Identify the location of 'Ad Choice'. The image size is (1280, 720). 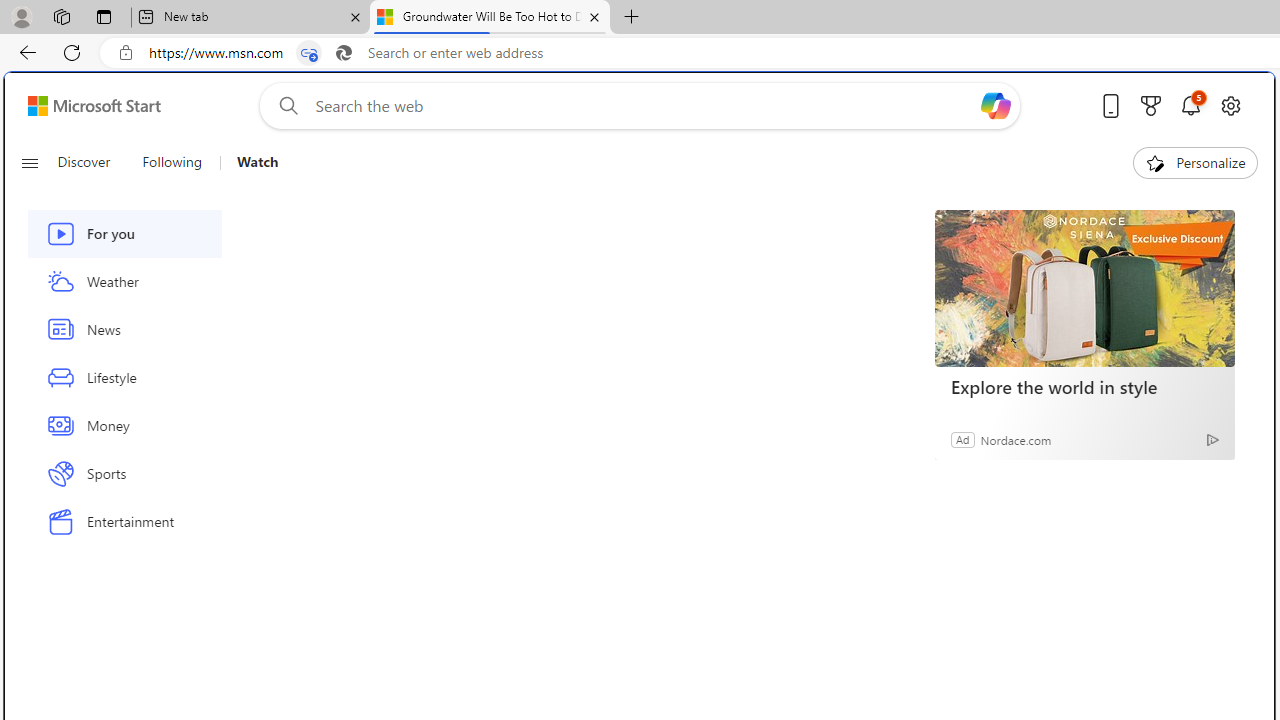
(1211, 438).